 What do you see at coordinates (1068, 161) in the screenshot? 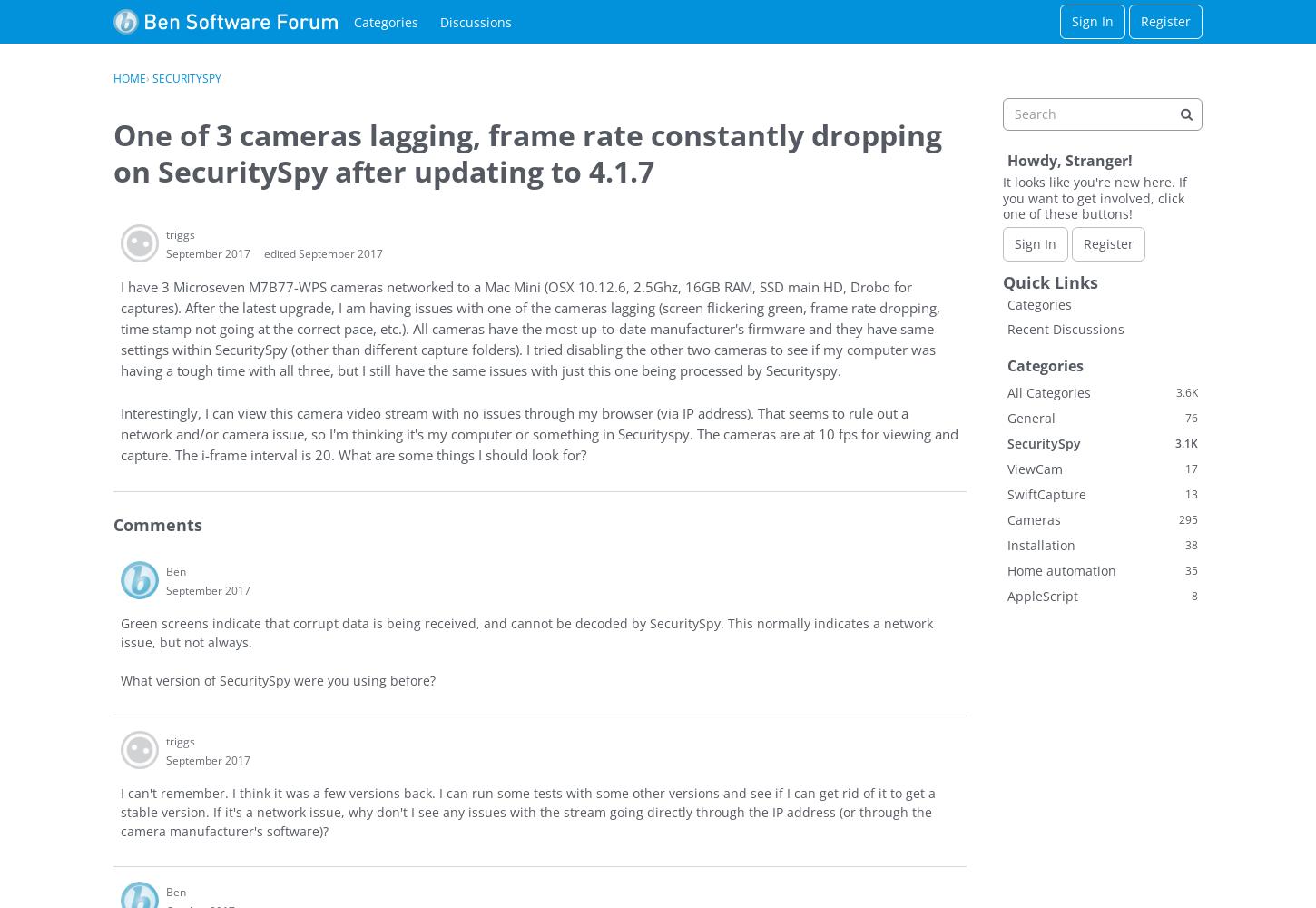
I see `'Howdy, Stranger!'` at bounding box center [1068, 161].